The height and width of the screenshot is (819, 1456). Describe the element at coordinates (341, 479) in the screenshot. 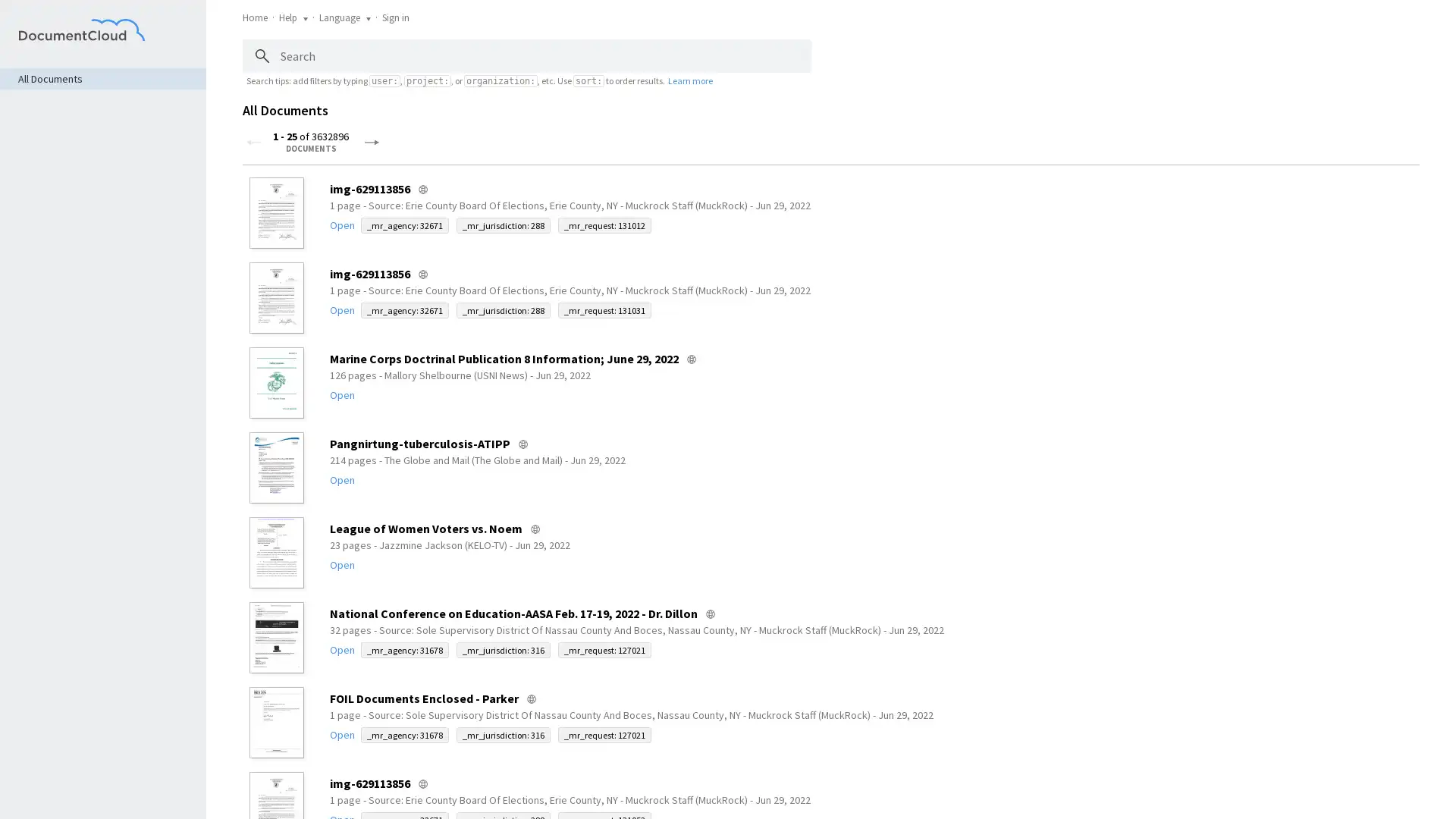

I see `Open` at that location.